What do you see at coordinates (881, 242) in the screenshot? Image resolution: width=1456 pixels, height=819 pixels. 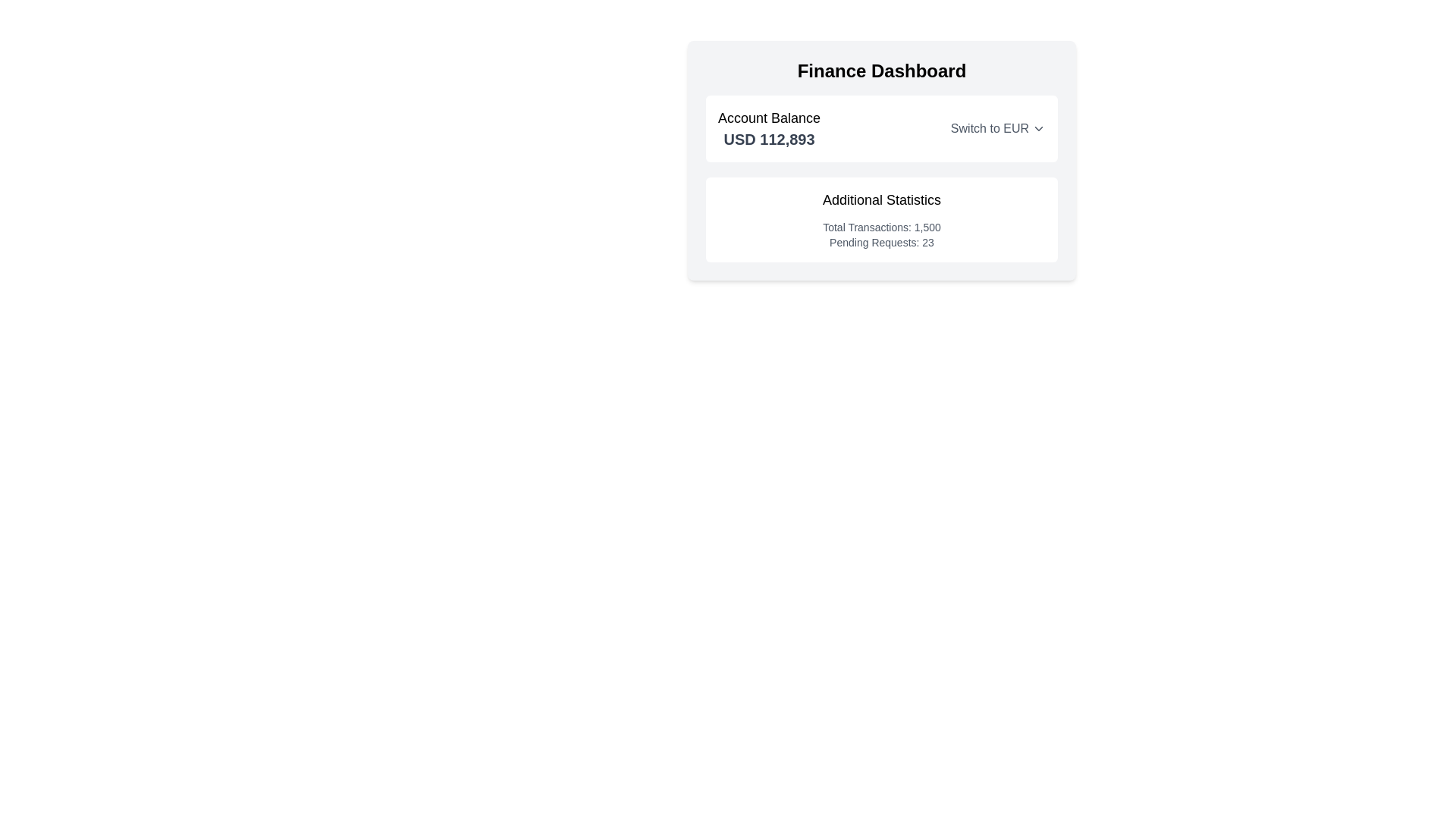 I see `statistical value from the text label that displays 'Pending Requests: 23', which is located beneath the 'Total Transactions: 1,500' text in the 'Additional Statistics' section` at bounding box center [881, 242].